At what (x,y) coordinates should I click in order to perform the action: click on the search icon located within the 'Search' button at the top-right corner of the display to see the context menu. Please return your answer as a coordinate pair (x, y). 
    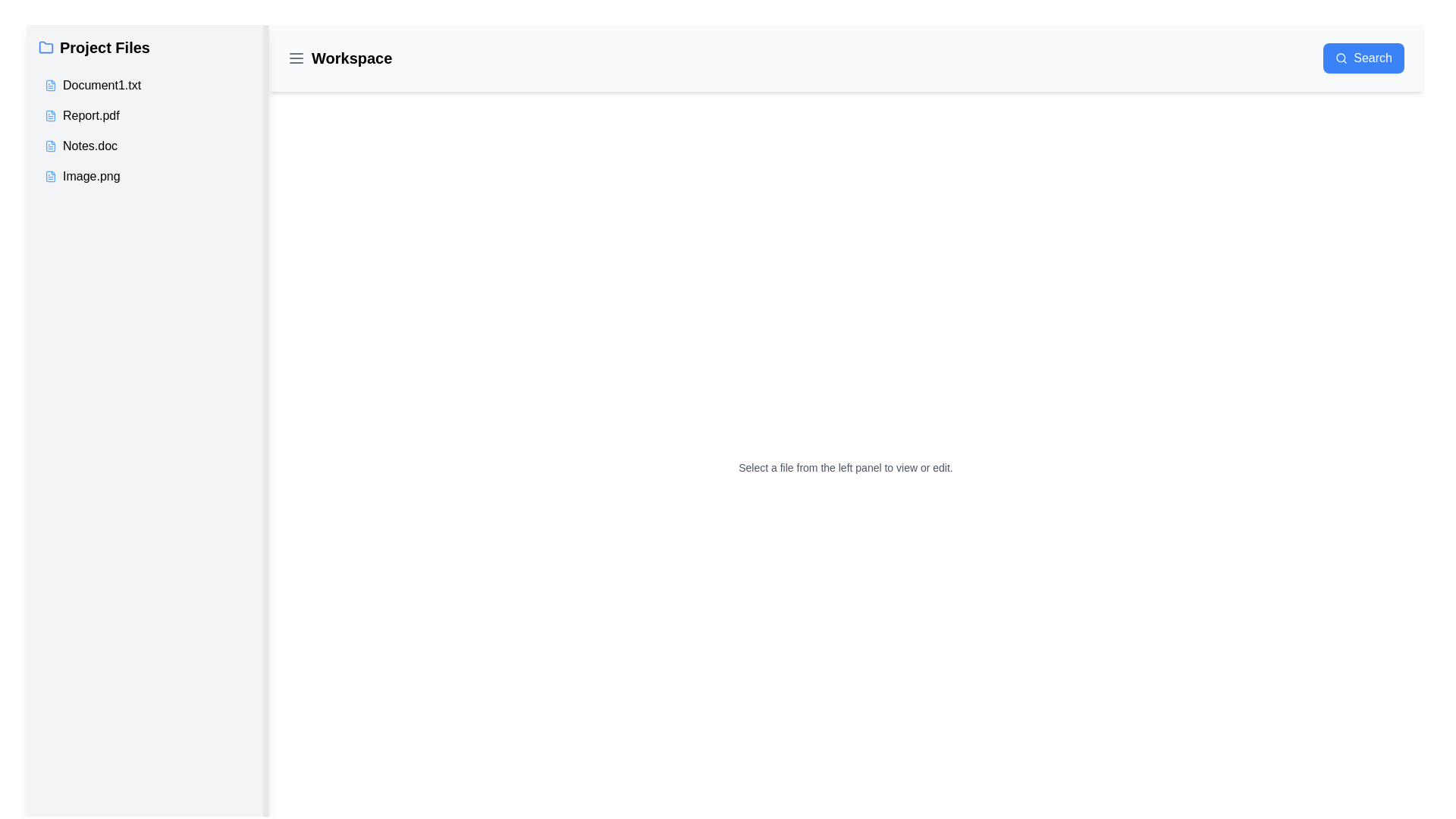
    Looking at the image, I should click on (1341, 58).